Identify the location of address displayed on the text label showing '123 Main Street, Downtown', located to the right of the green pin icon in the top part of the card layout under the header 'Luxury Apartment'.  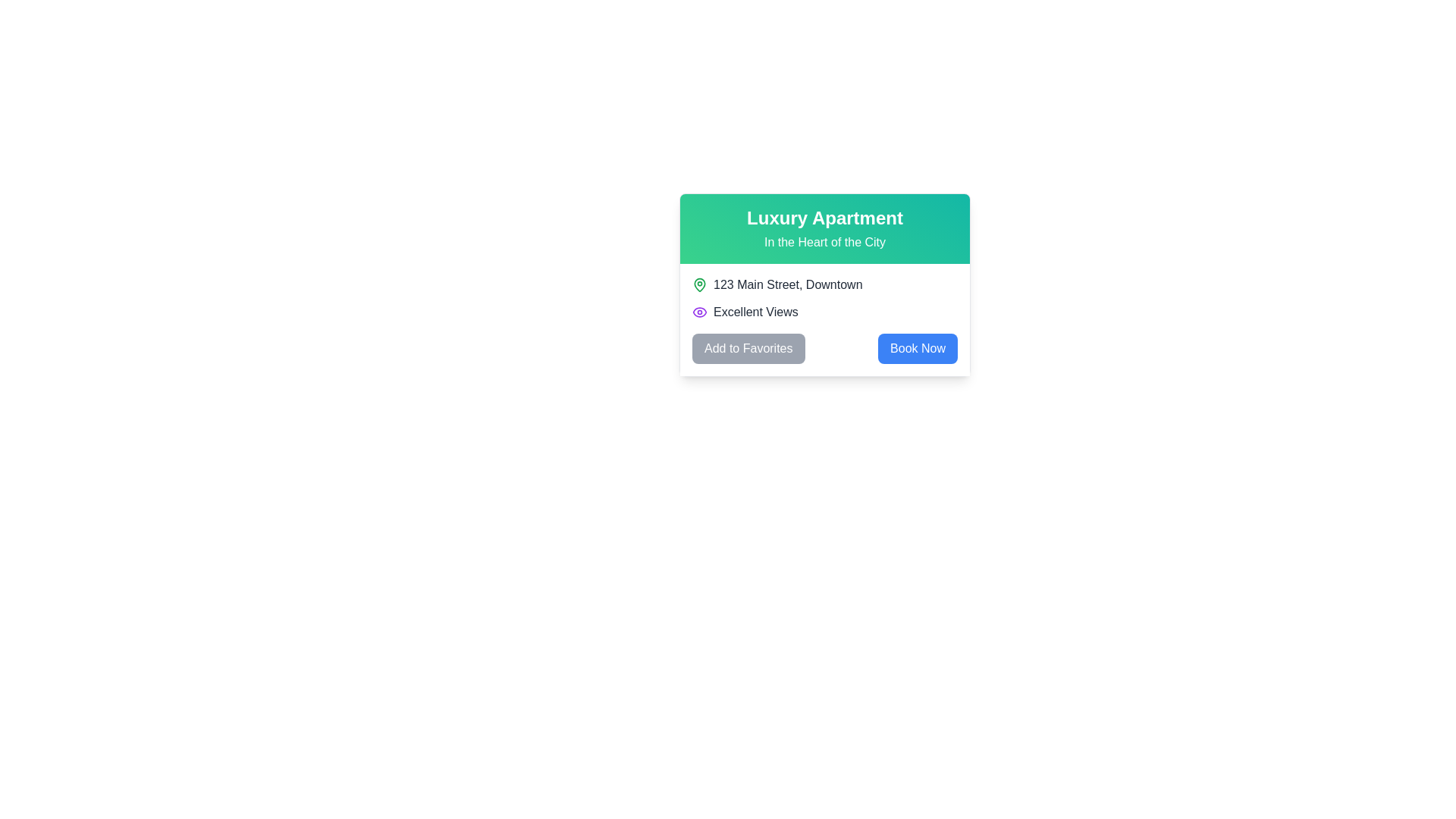
(788, 284).